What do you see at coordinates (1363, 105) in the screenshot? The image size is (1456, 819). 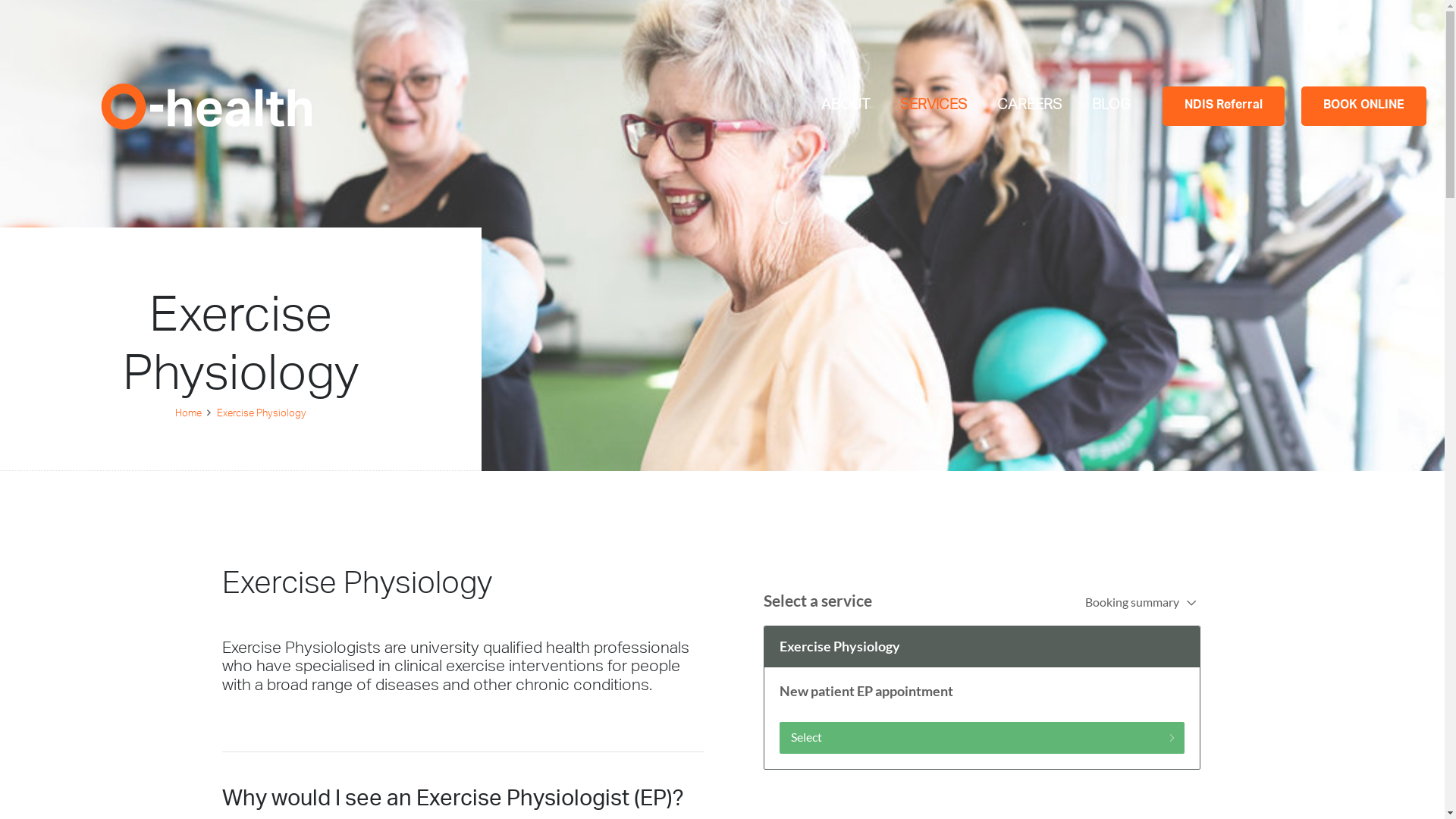 I see `'BOOK ONLINE'` at bounding box center [1363, 105].